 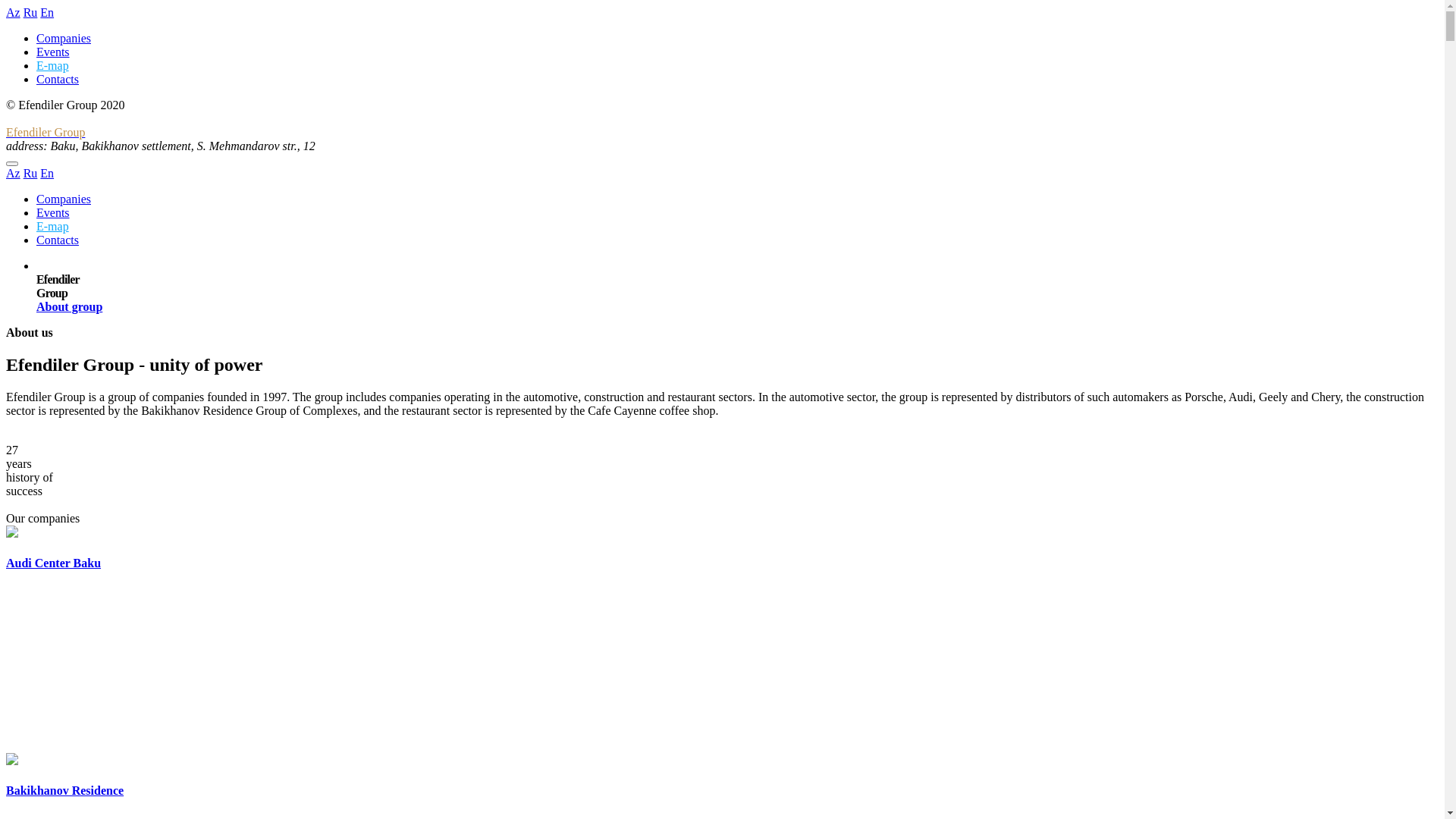 What do you see at coordinates (13, 12) in the screenshot?
I see `'Az'` at bounding box center [13, 12].